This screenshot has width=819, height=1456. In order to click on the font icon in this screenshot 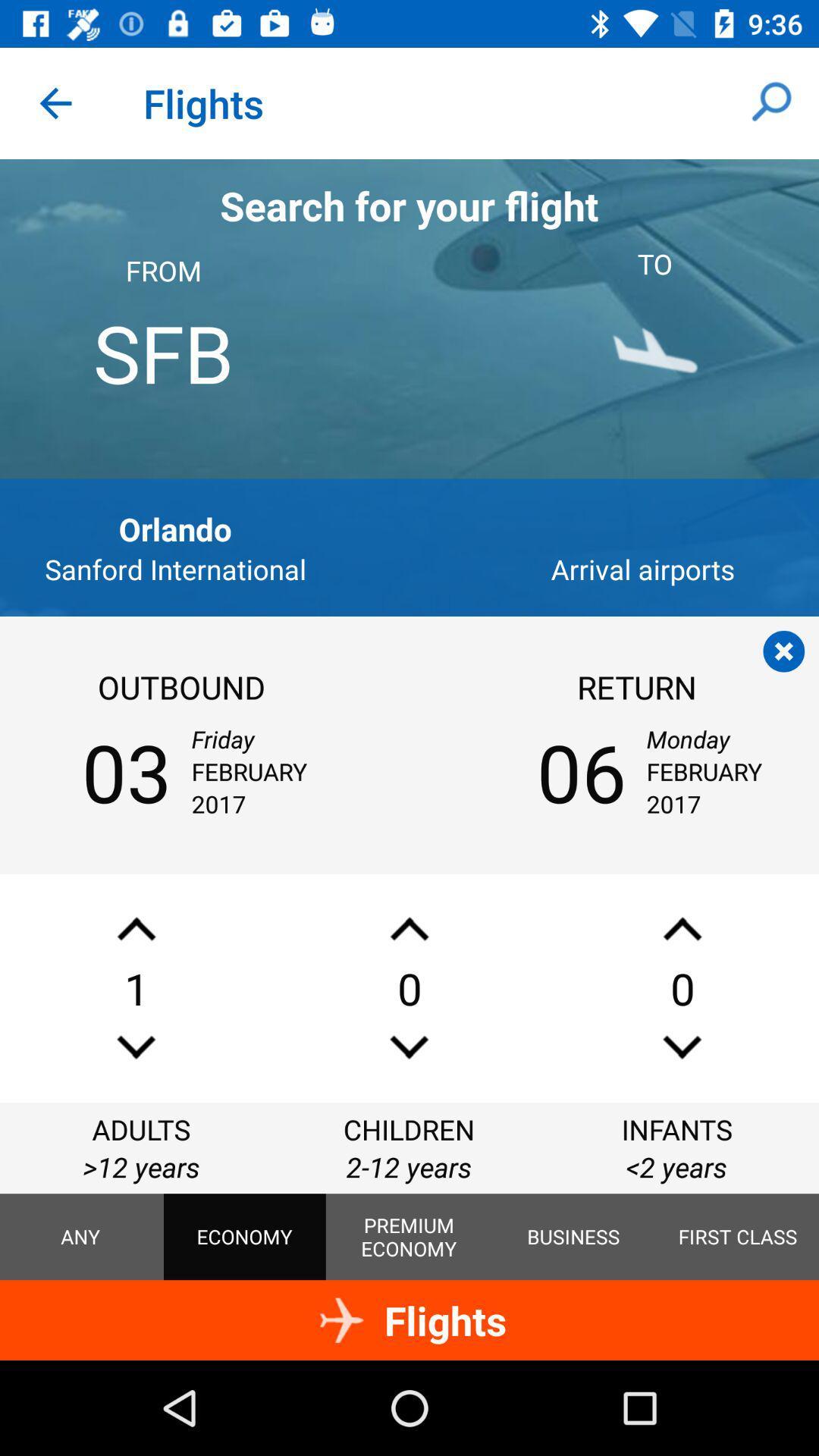, I will do `click(681, 928)`.